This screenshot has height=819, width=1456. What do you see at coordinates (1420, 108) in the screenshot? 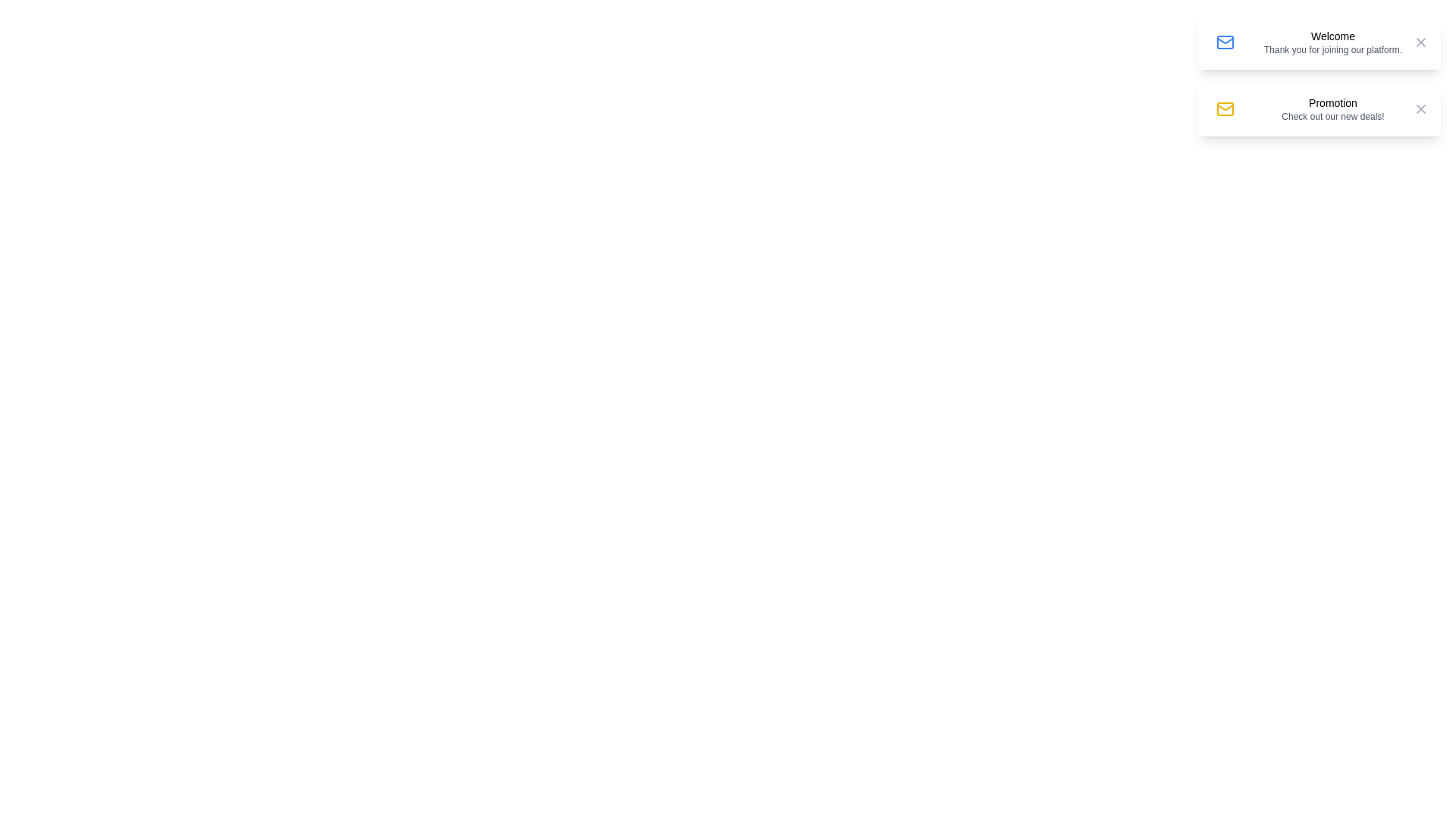
I see `the close button SVG icon located in the top-right corner of the second notification card labeled 'Promotion'` at bounding box center [1420, 108].